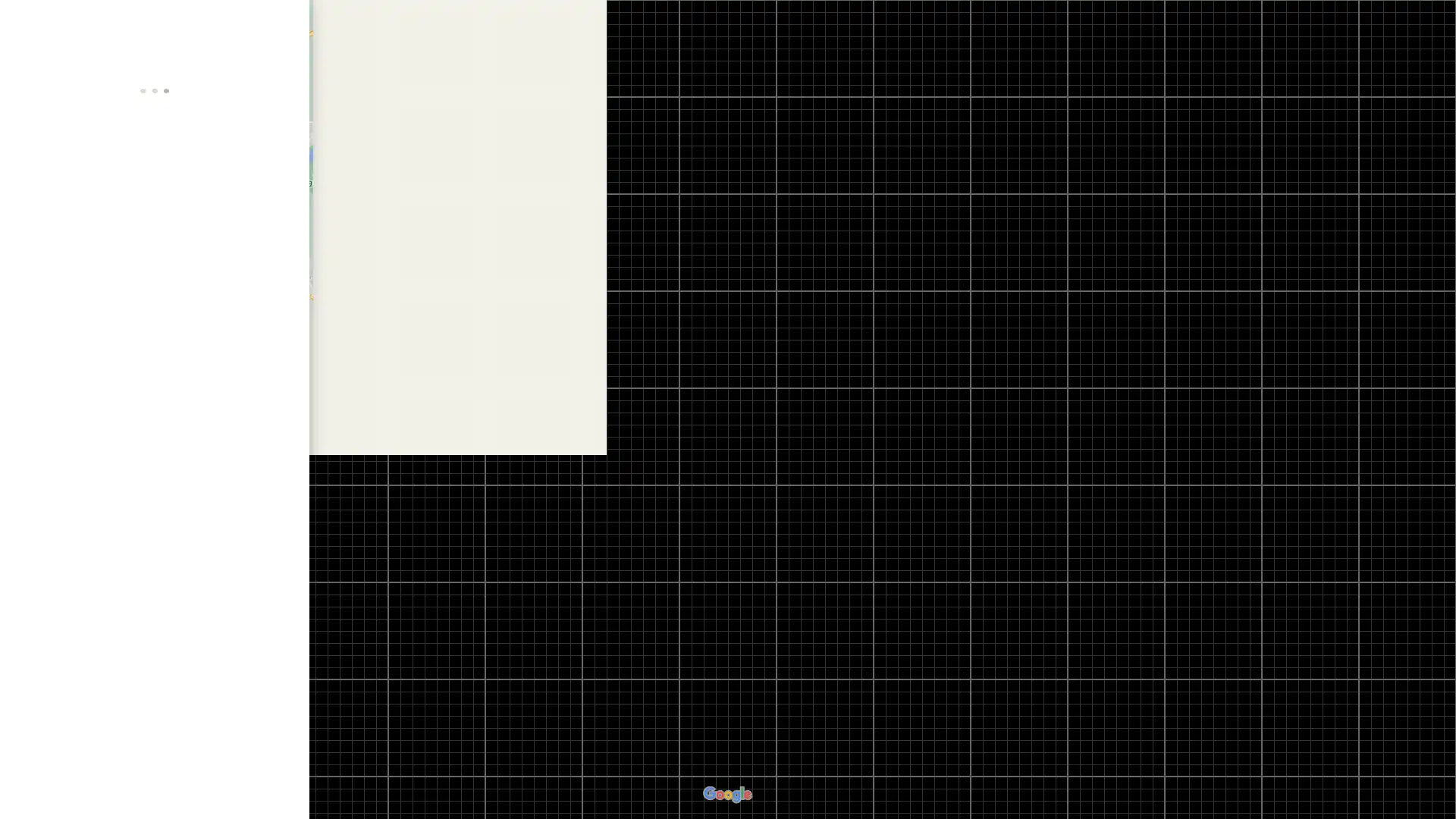 This screenshot has height=819, width=1456. I want to click on Copy plus code, so click(261, 470).